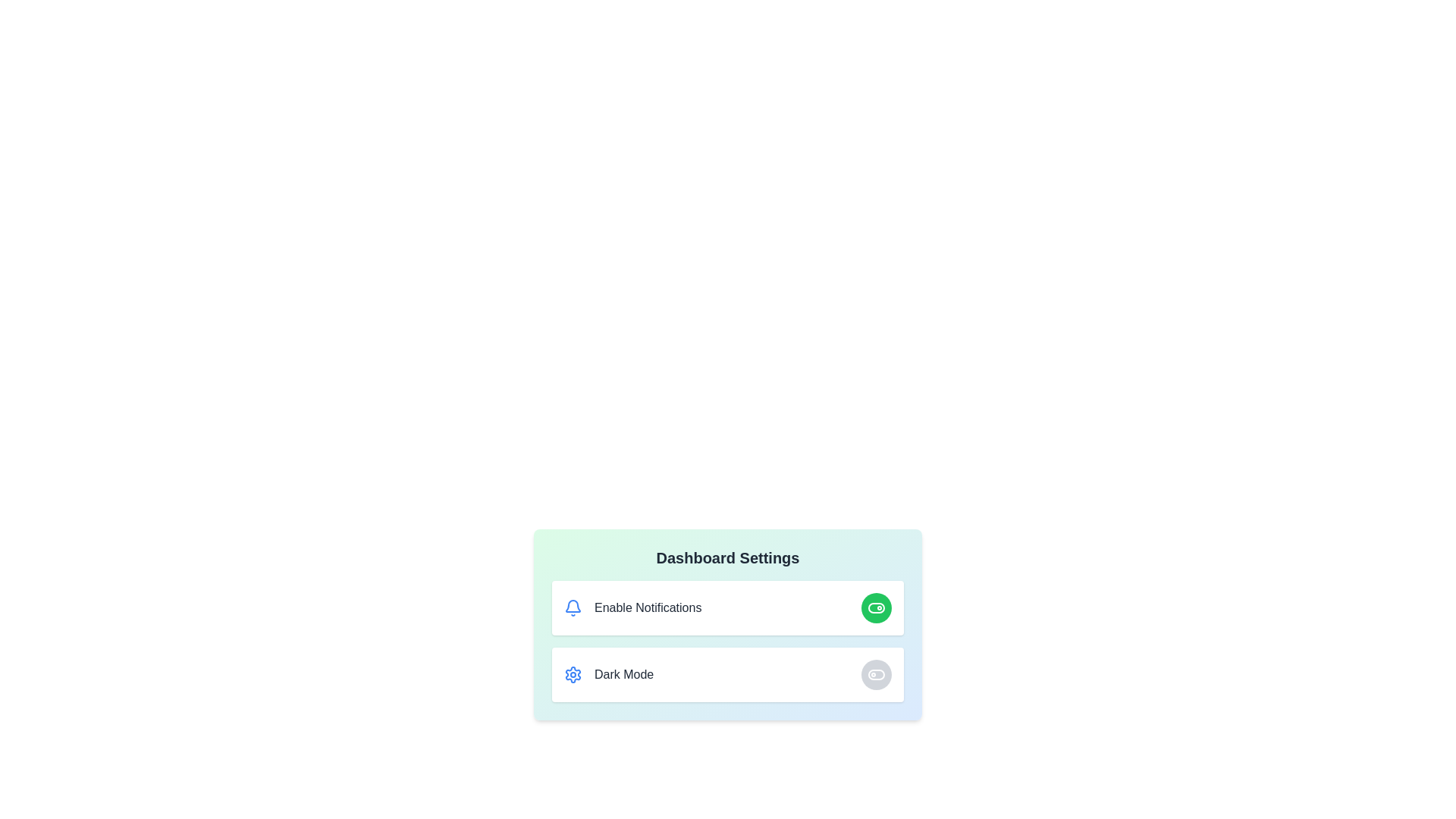 Image resolution: width=1456 pixels, height=819 pixels. Describe the element at coordinates (877, 607) in the screenshot. I see `the circular toggle switch with a green background located at the far right of the 'Enable Notifications' row to change its state` at that location.